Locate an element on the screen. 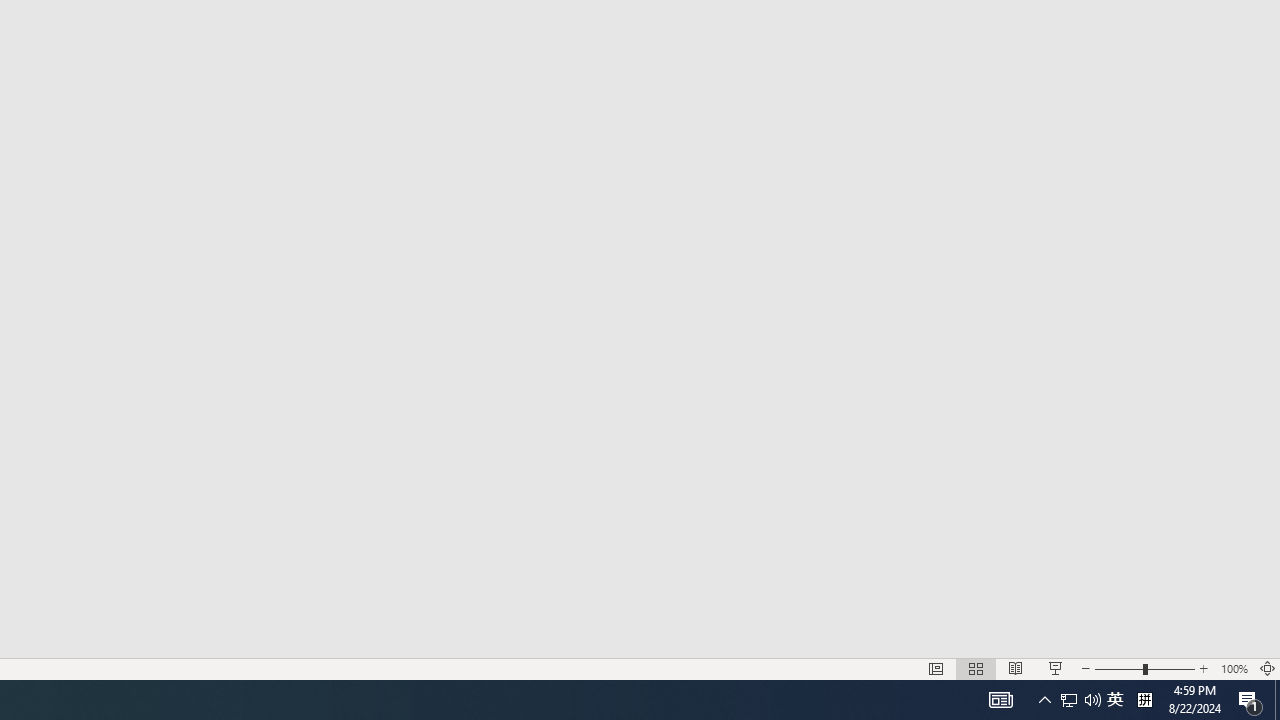  'Zoom 100%' is located at coordinates (1233, 669).